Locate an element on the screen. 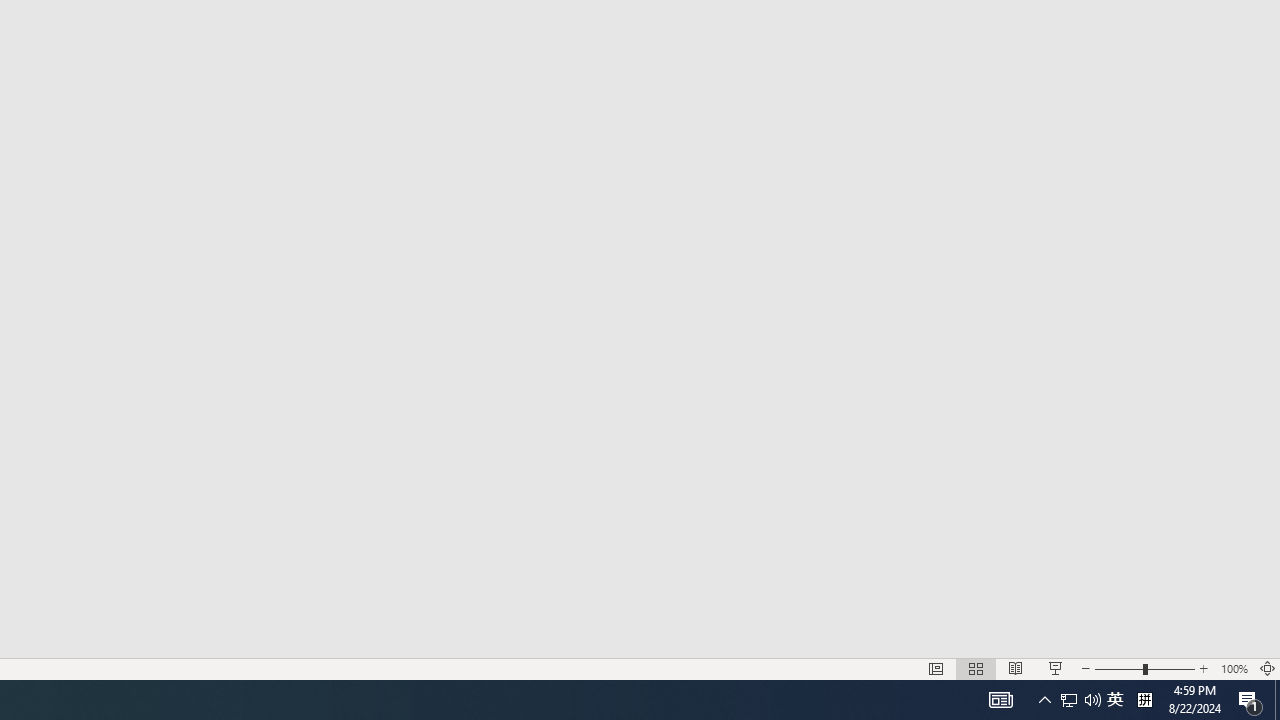  'Zoom 100%' is located at coordinates (1233, 669).